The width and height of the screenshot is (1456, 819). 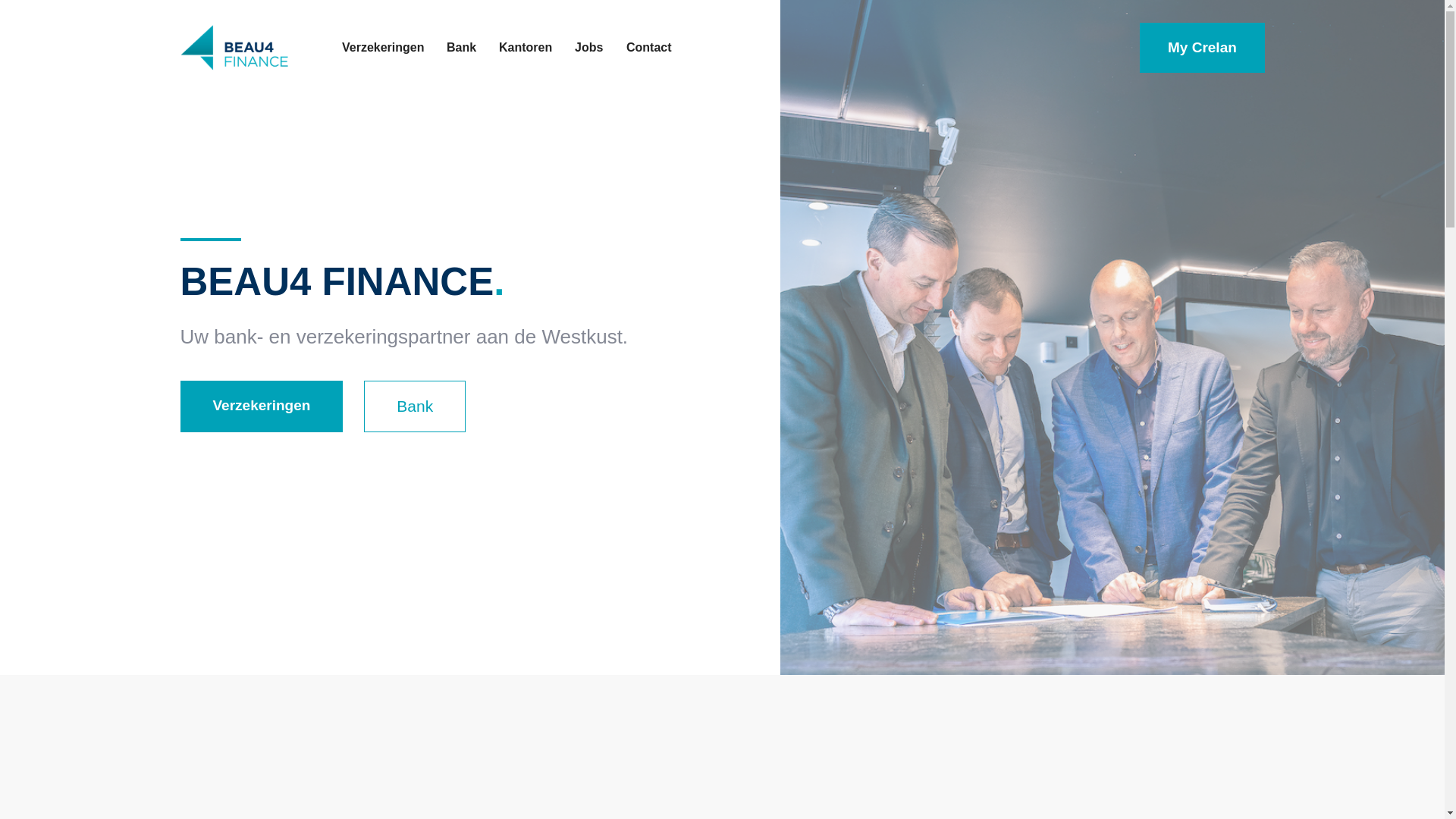 What do you see at coordinates (588, 46) in the screenshot?
I see `'Jobs'` at bounding box center [588, 46].